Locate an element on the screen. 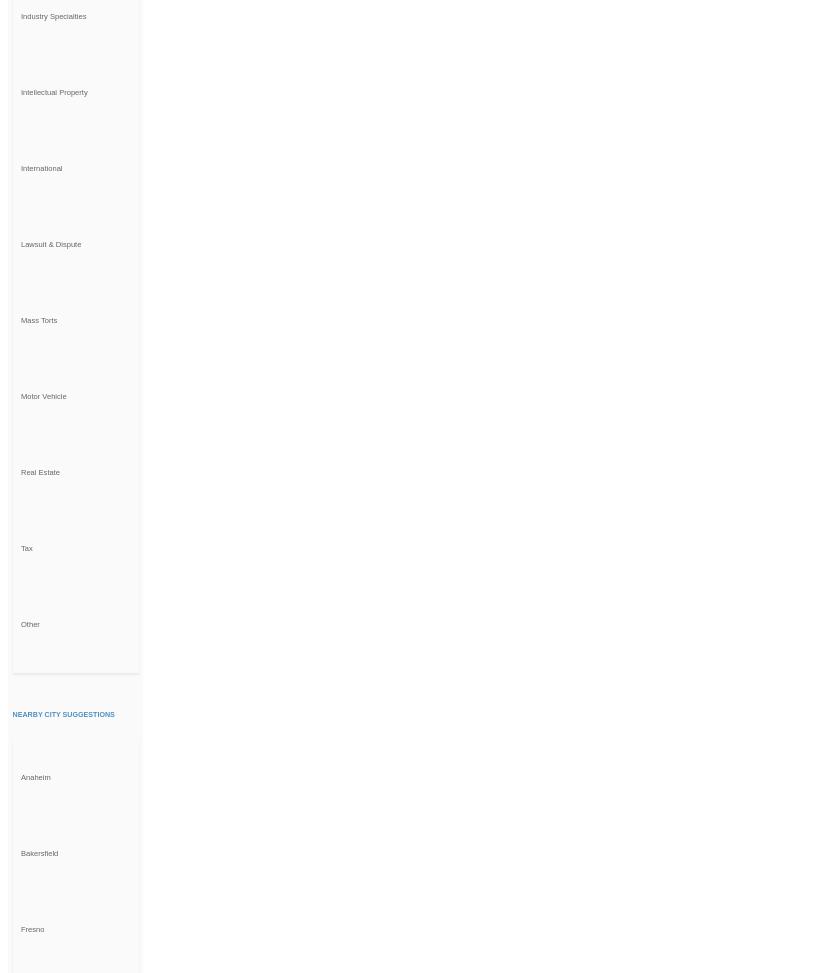 This screenshot has height=973, width=840. 'Motor Vehicle' is located at coordinates (19, 394).